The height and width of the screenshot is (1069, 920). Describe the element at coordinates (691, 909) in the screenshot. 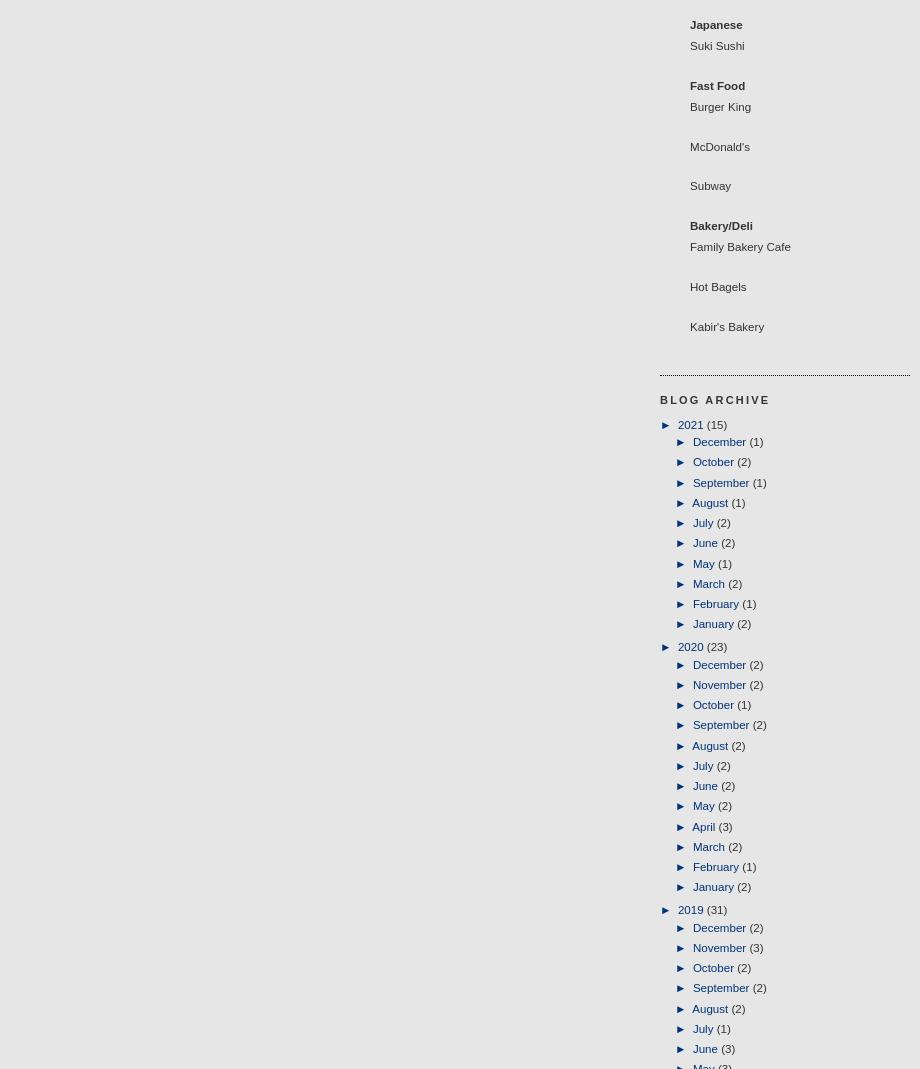

I see `'2019'` at that location.